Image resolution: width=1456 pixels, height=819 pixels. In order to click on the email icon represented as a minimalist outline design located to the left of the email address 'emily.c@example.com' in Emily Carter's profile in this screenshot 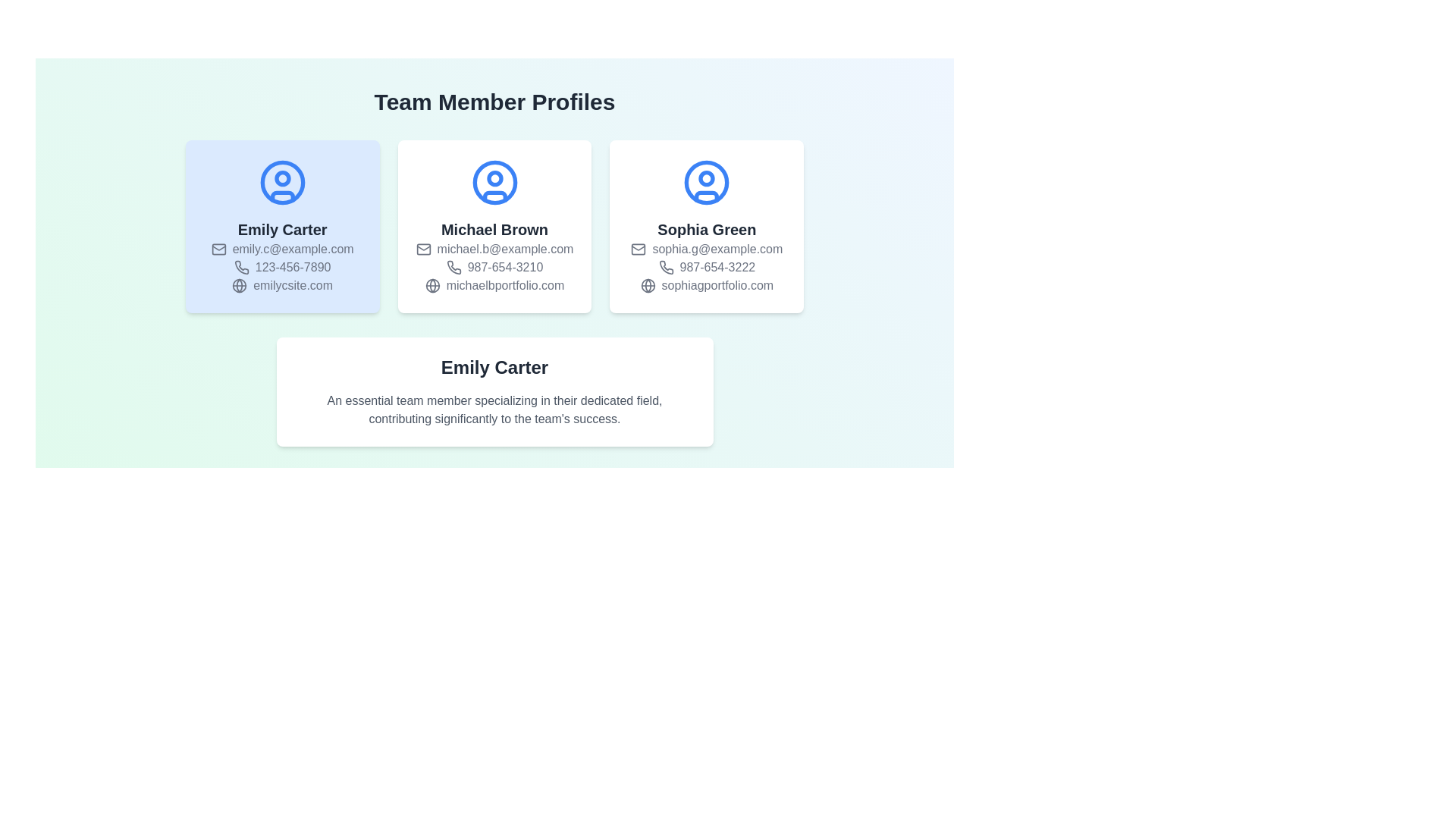, I will do `click(218, 248)`.